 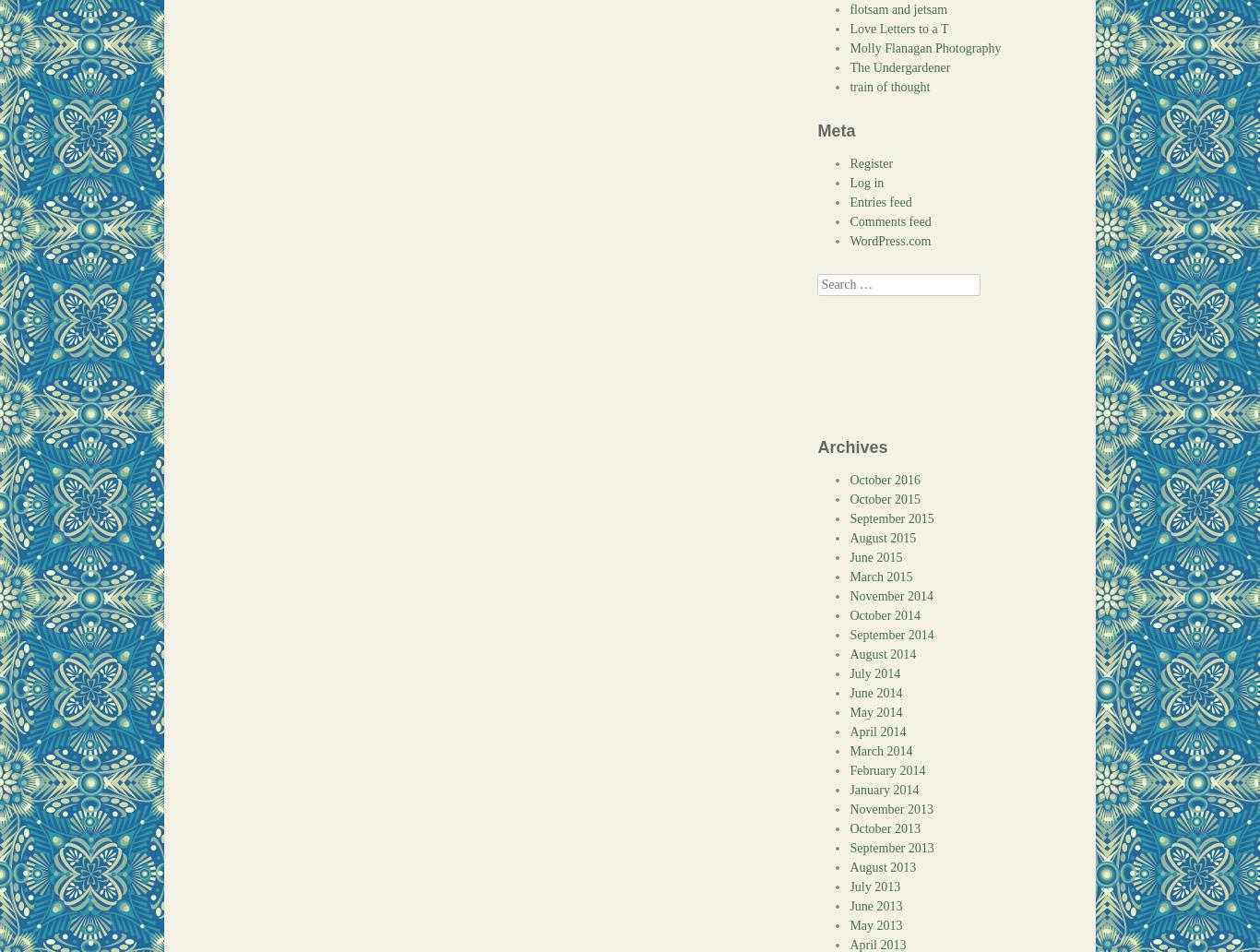 I want to click on 'June 2014', so click(x=875, y=692).